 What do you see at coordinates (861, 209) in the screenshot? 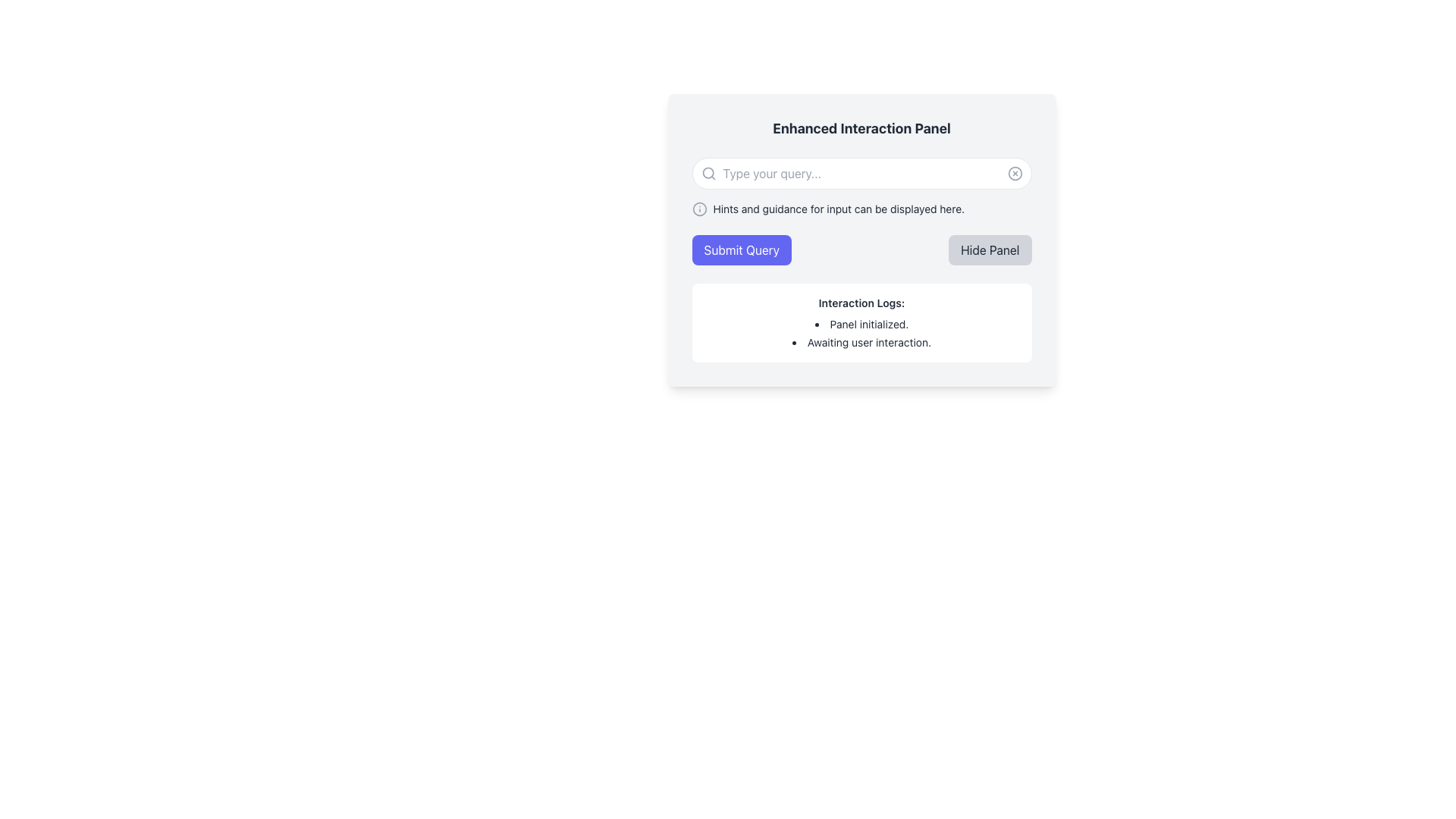
I see `the text description element displaying a concise paragraph with an information icon, located in the user query section of the Enhanced Interaction Panel below the input field` at bounding box center [861, 209].